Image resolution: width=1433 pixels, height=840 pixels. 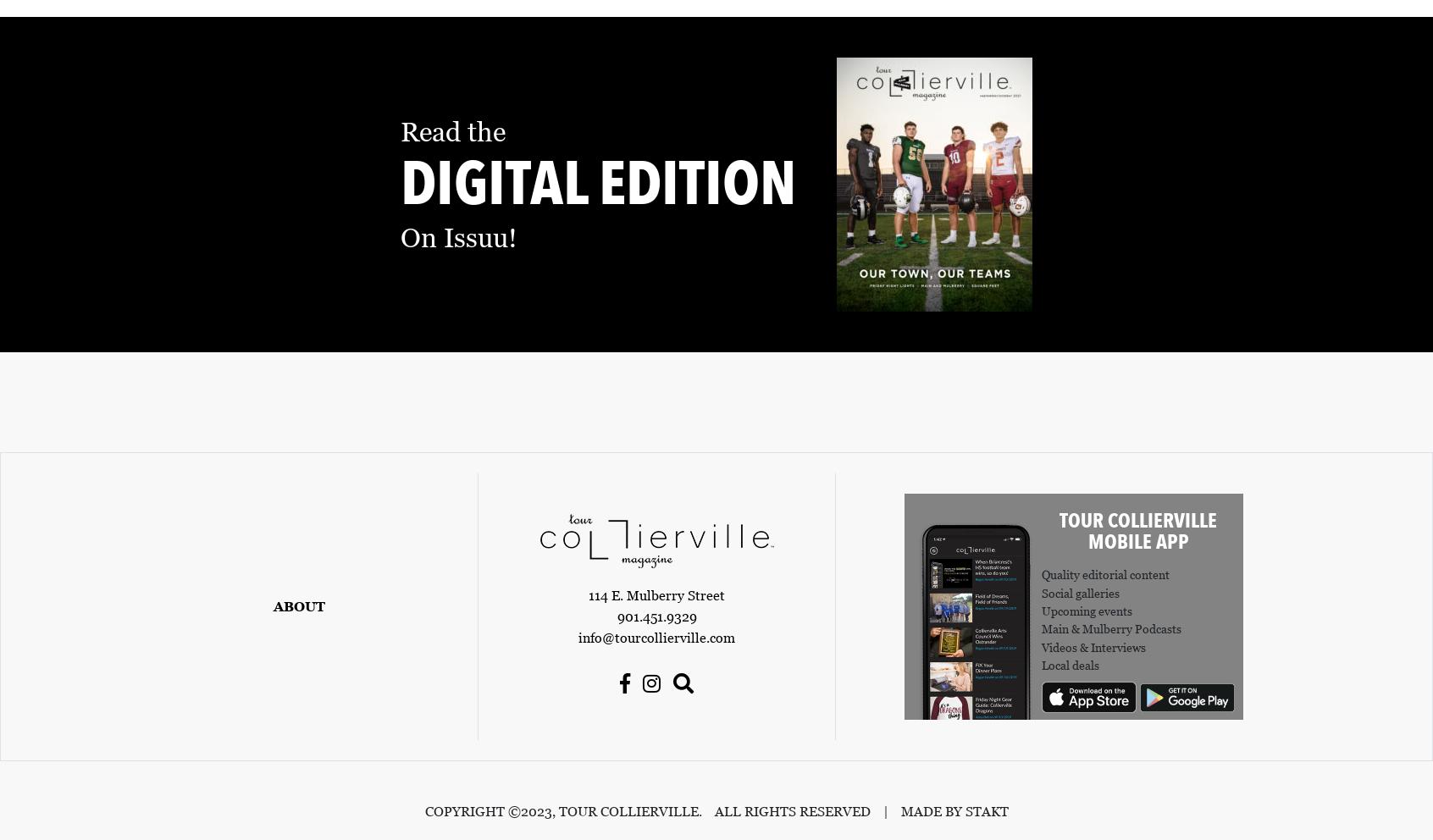 What do you see at coordinates (1060, 520) in the screenshot?
I see `'Tour Collierville'` at bounding box center [1060, 520].